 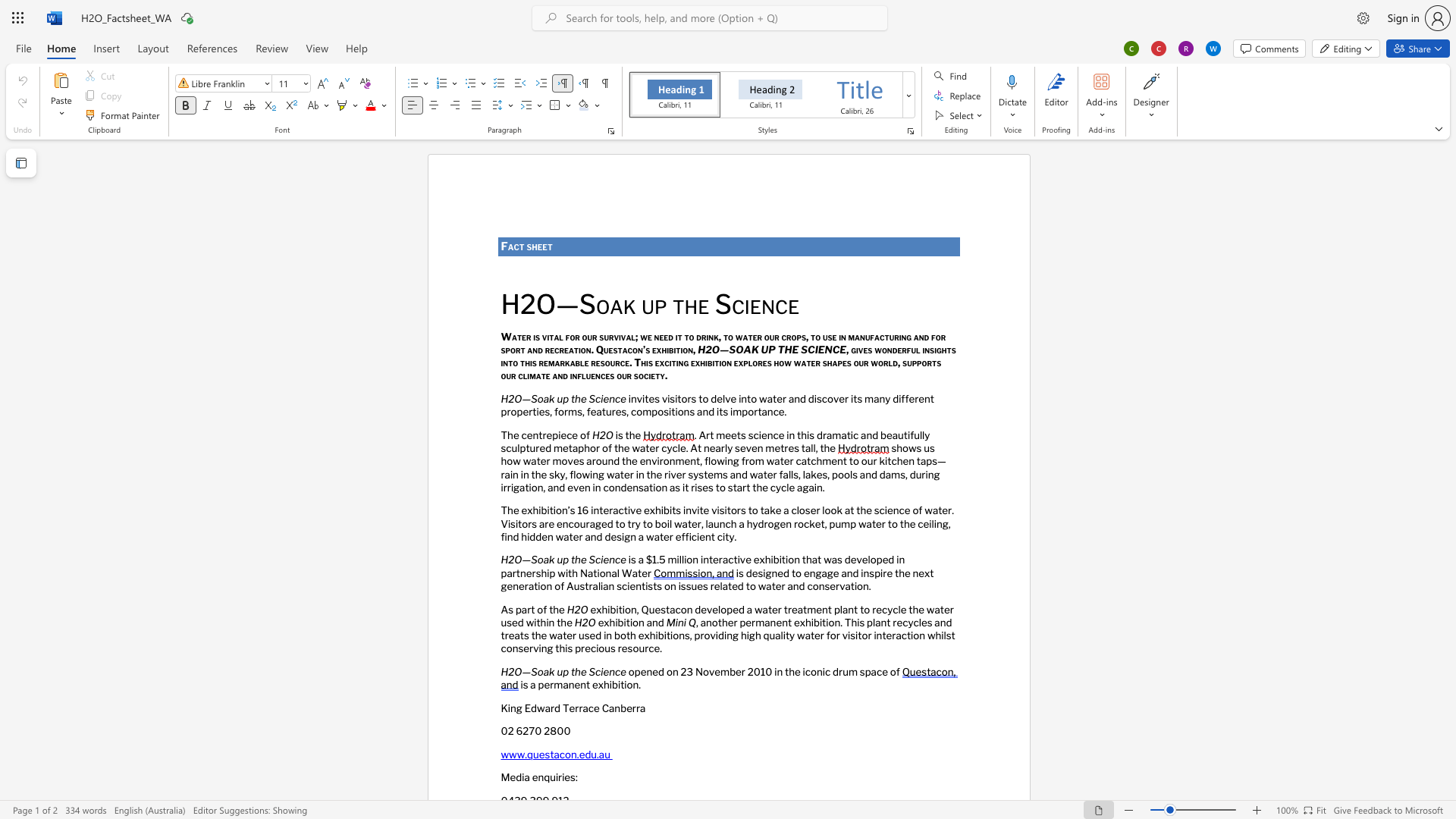 I want to click on the 1th character "a" in the text, so click(x=510, y=246).